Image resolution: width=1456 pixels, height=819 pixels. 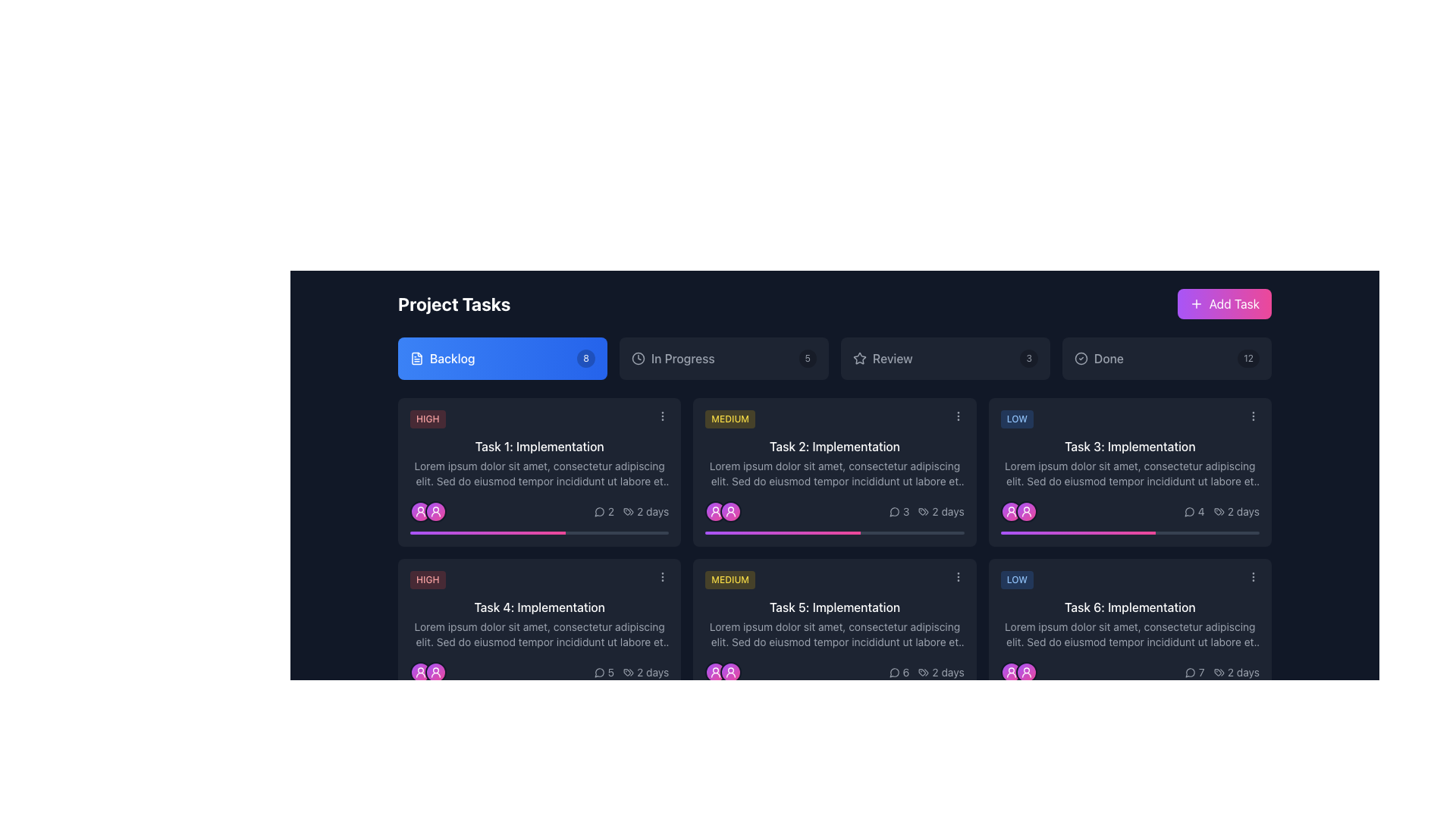 What do you see at coordinates (435, 512) in the screenshot?
I see `the user associated with the task represented by the icon located in the first column of the grid-style task board, specifically under the 'Backlog' section` at bounding box center [435, 512].